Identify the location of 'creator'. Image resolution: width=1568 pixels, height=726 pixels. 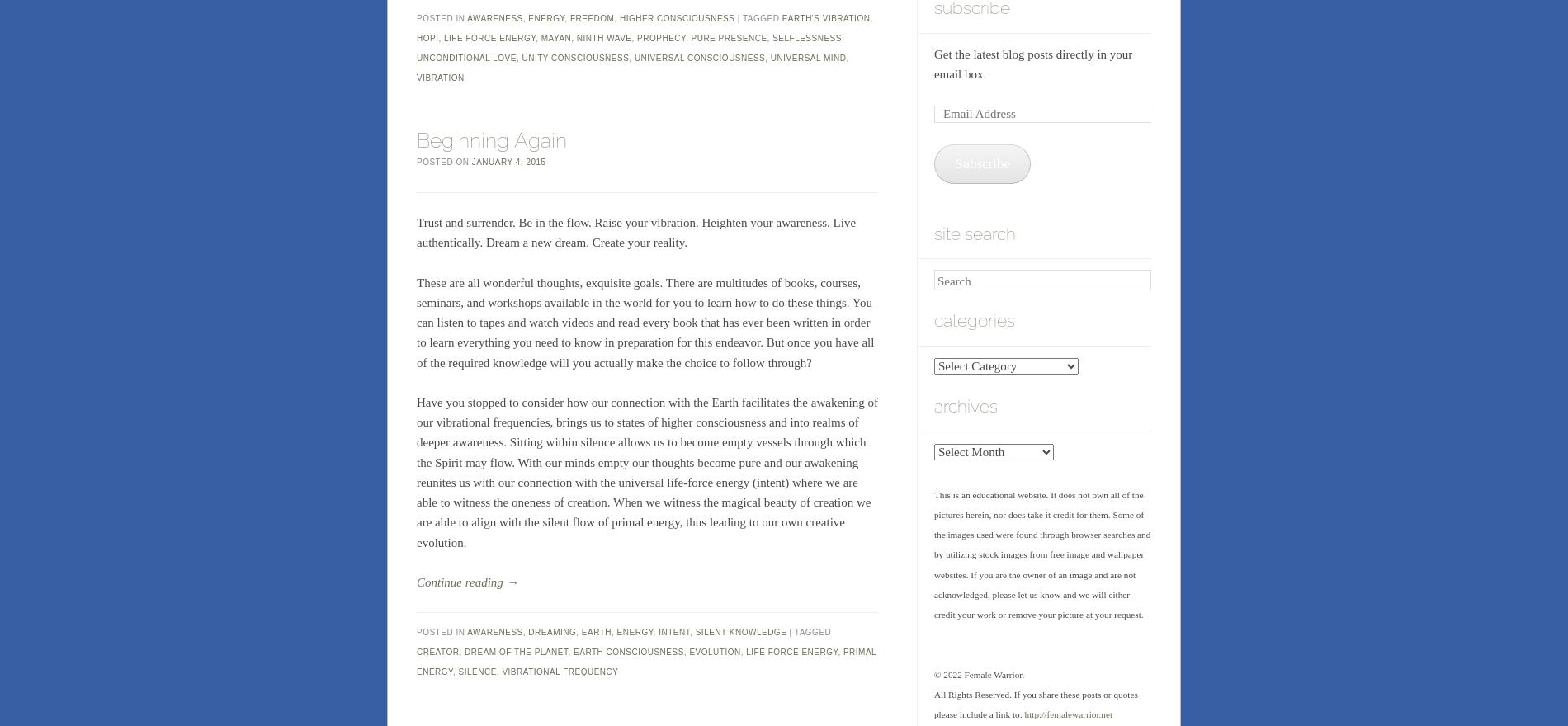
(417, 652).